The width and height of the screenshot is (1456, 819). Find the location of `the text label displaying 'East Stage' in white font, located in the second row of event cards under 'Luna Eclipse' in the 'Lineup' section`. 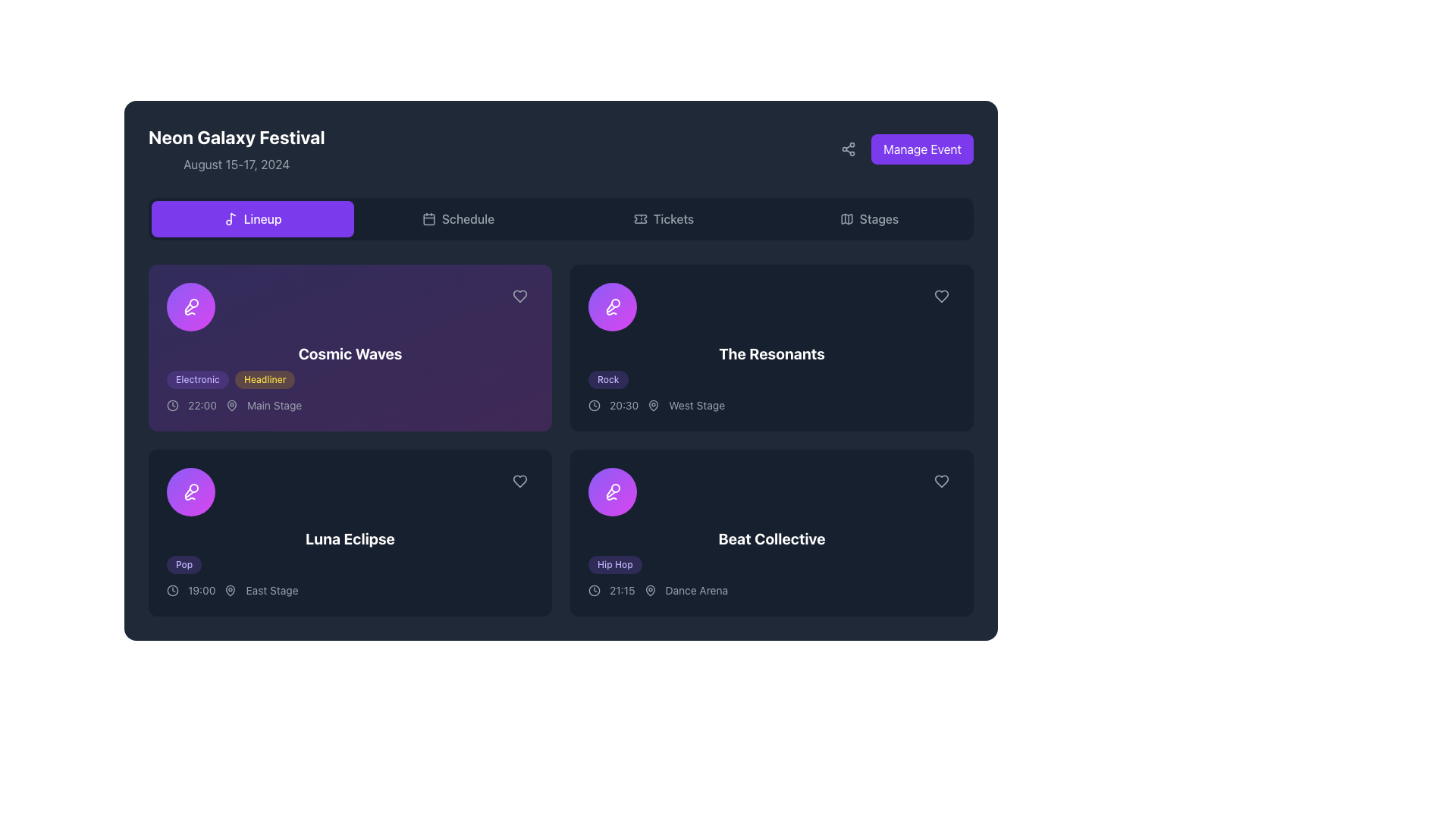

the text label displaying 'East Stage' in white font, located in the second row of event cards under 'Luna Eclipse' in the 'Lineup' section is located at coordinates (272, 590).